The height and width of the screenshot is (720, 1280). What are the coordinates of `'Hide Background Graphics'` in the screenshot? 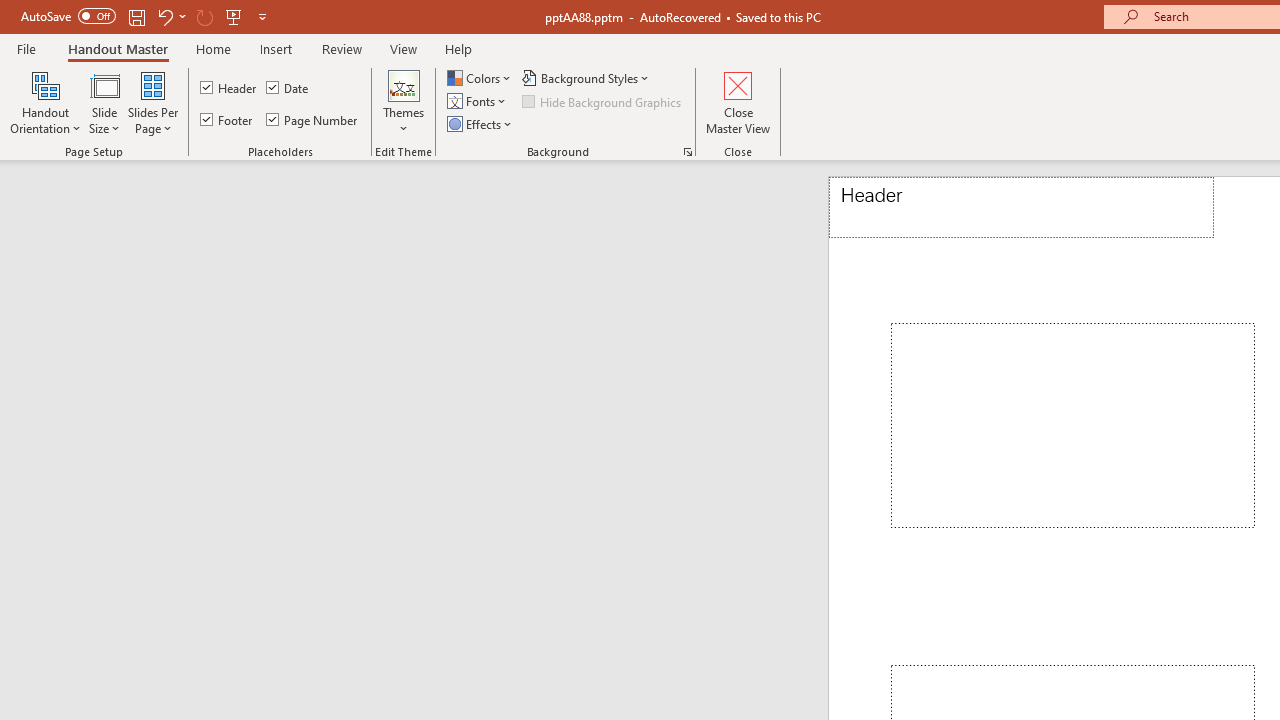 It's located at (602, 101).